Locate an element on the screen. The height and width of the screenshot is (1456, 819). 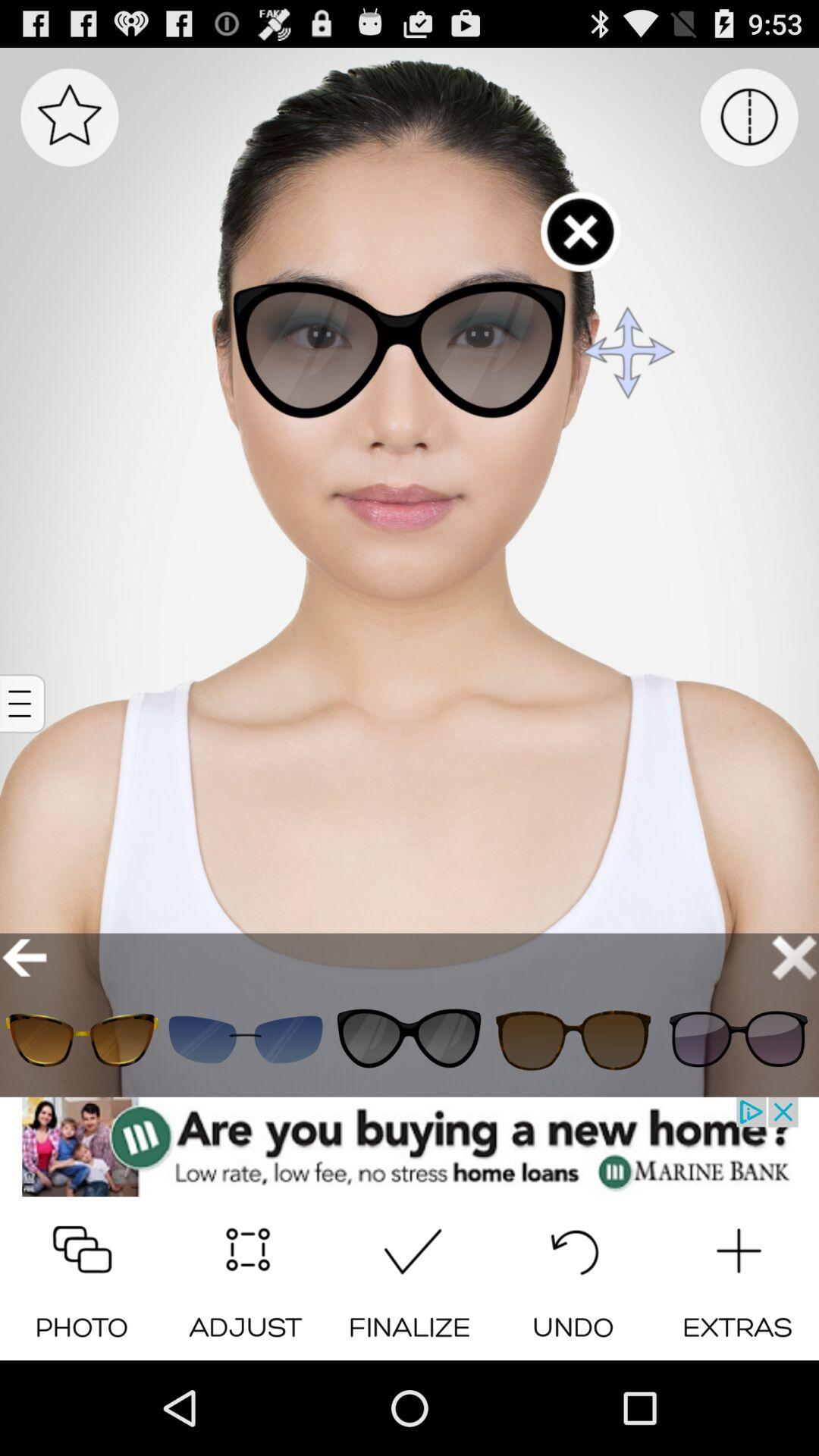
swap glasses is located at coordinates (409, 1039).